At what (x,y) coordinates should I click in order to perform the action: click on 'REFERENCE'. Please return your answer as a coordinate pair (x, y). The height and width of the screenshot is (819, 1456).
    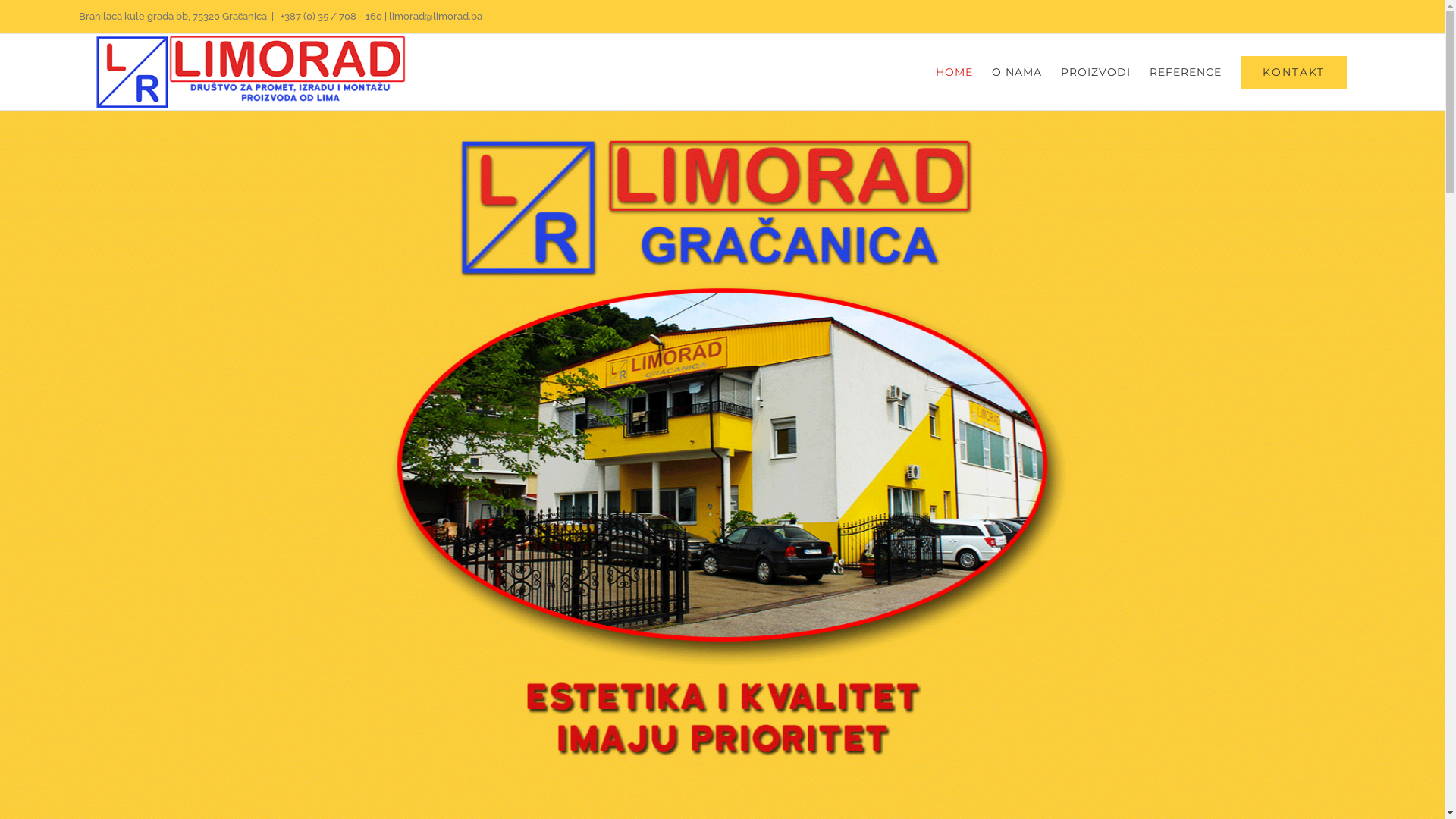
    Looking at the image, I should click on (1150, 72).